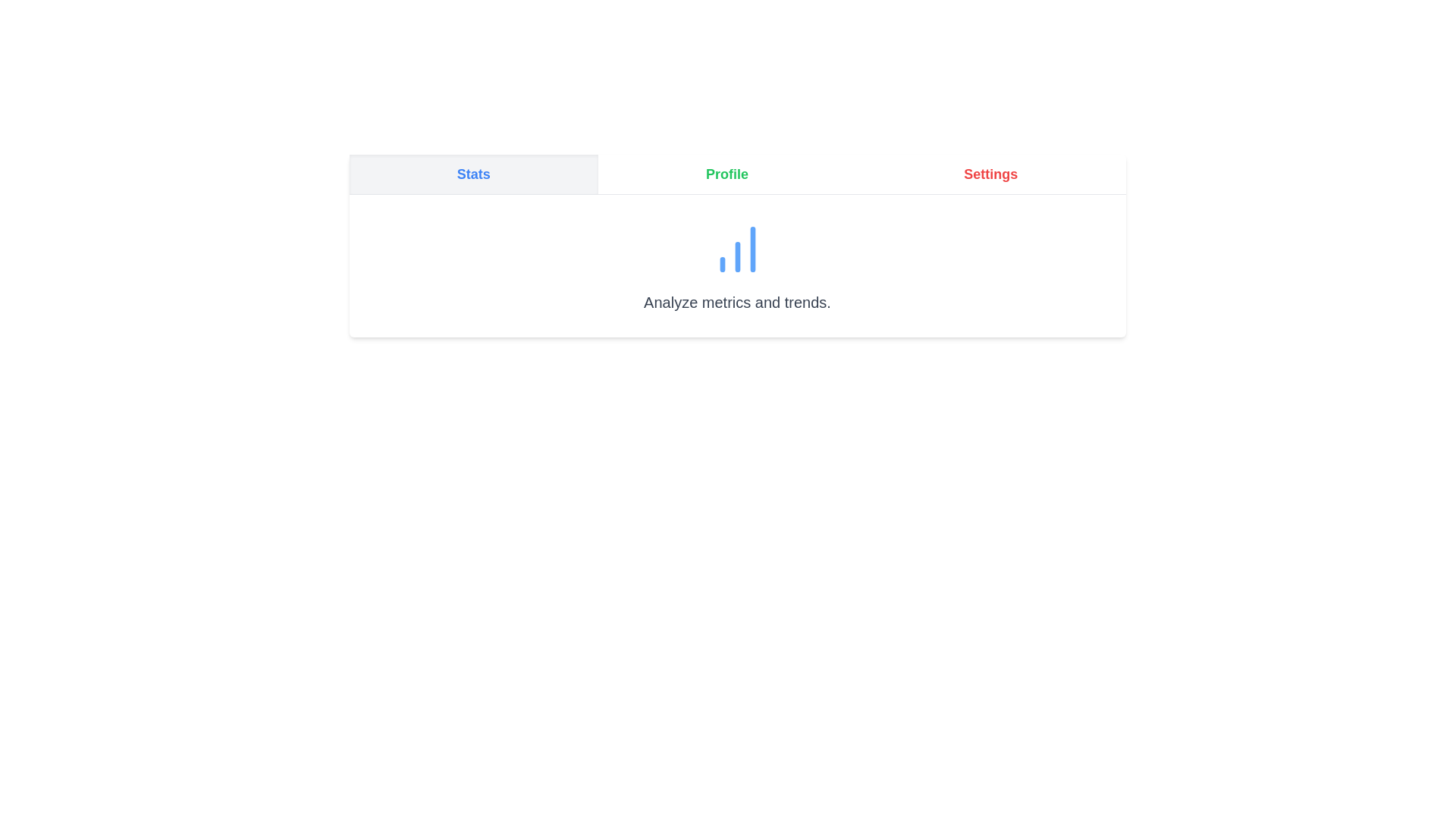 The width and height of the screenshot is (1456, 819). I want to click on the 'Settings' navigation tab located at the top right of the navigation bar, so click(990, 174).